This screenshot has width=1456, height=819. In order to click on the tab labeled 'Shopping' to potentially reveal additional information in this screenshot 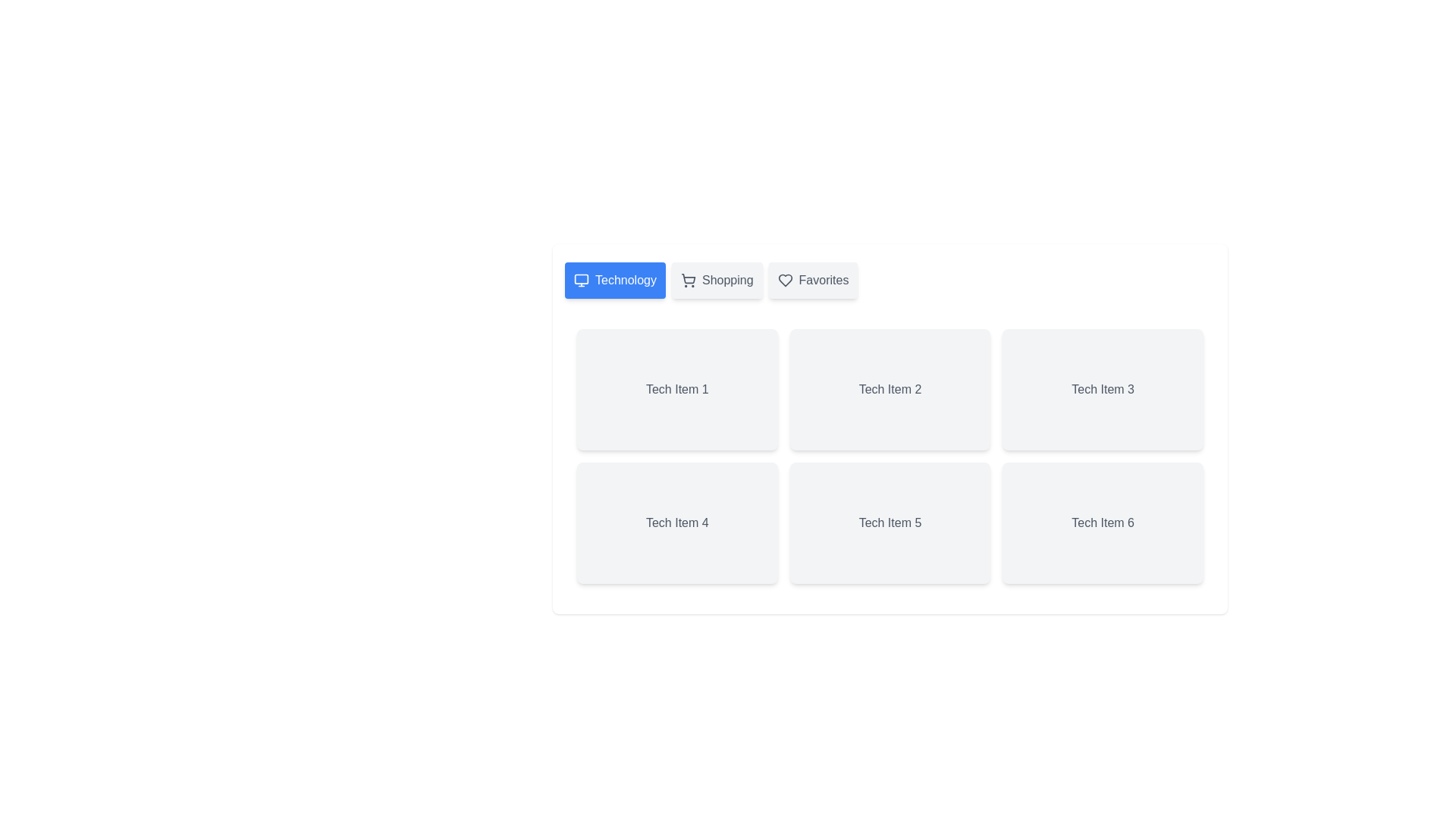, I will do `click(716, 281)`.